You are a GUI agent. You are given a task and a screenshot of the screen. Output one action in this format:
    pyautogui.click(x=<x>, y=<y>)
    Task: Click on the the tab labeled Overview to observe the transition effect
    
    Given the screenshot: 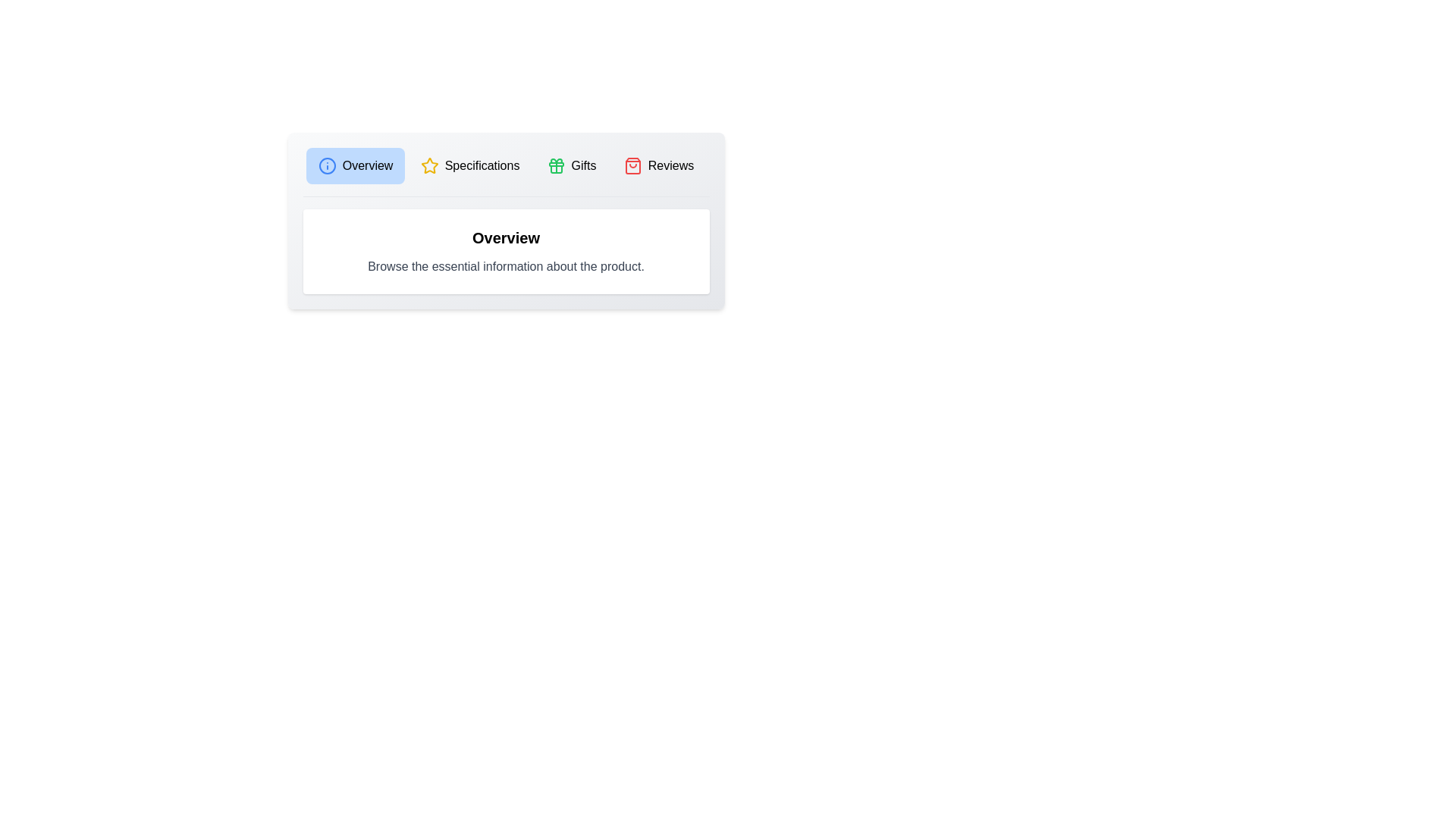 What is the action you would take?
    pyautogui.click(x=355, y=166)
    